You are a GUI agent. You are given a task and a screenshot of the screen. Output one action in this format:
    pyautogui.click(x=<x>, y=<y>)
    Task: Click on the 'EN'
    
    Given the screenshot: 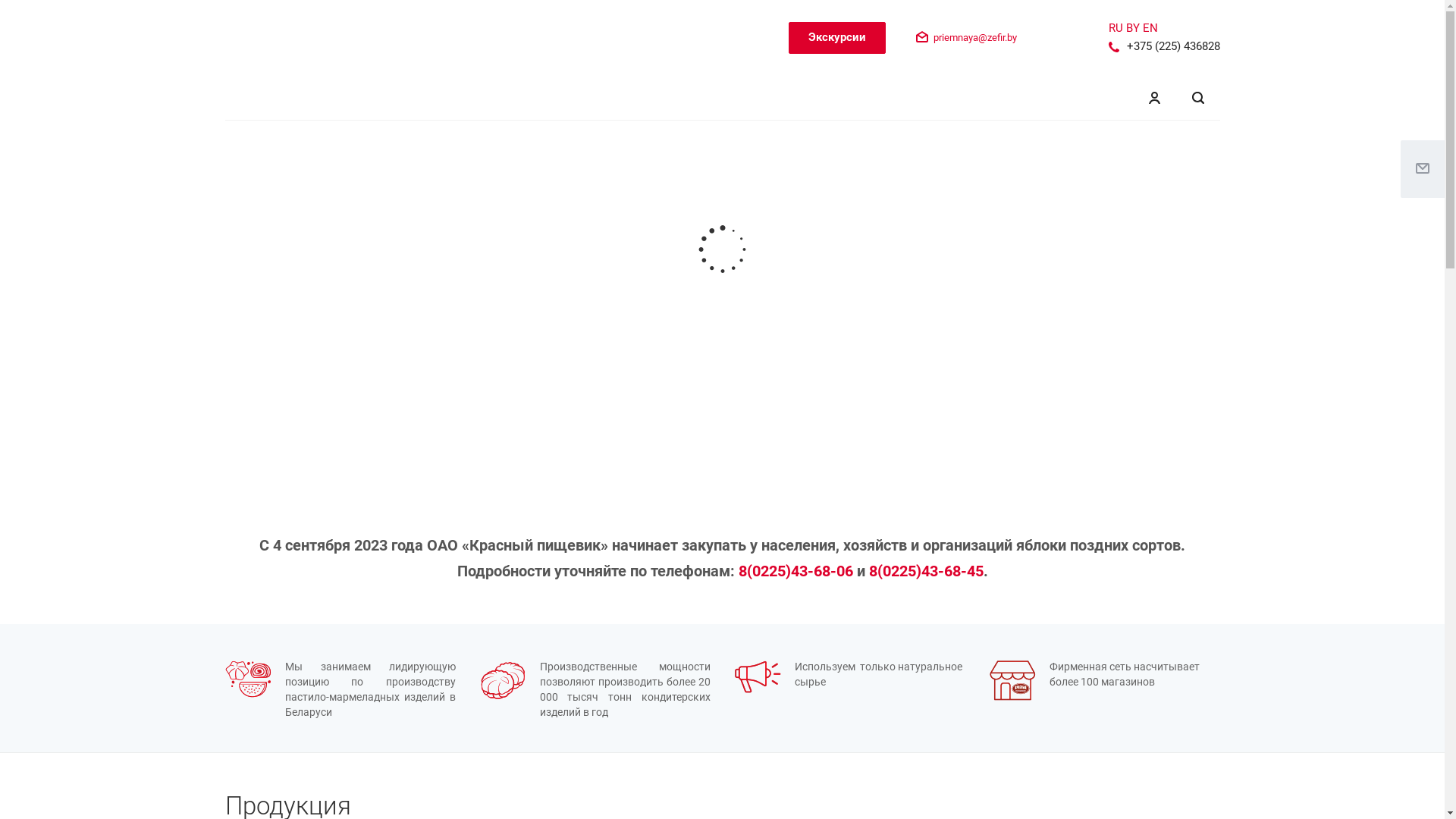 What is the action you would take?
    pyautogui.click(x=1150, y=28)
    